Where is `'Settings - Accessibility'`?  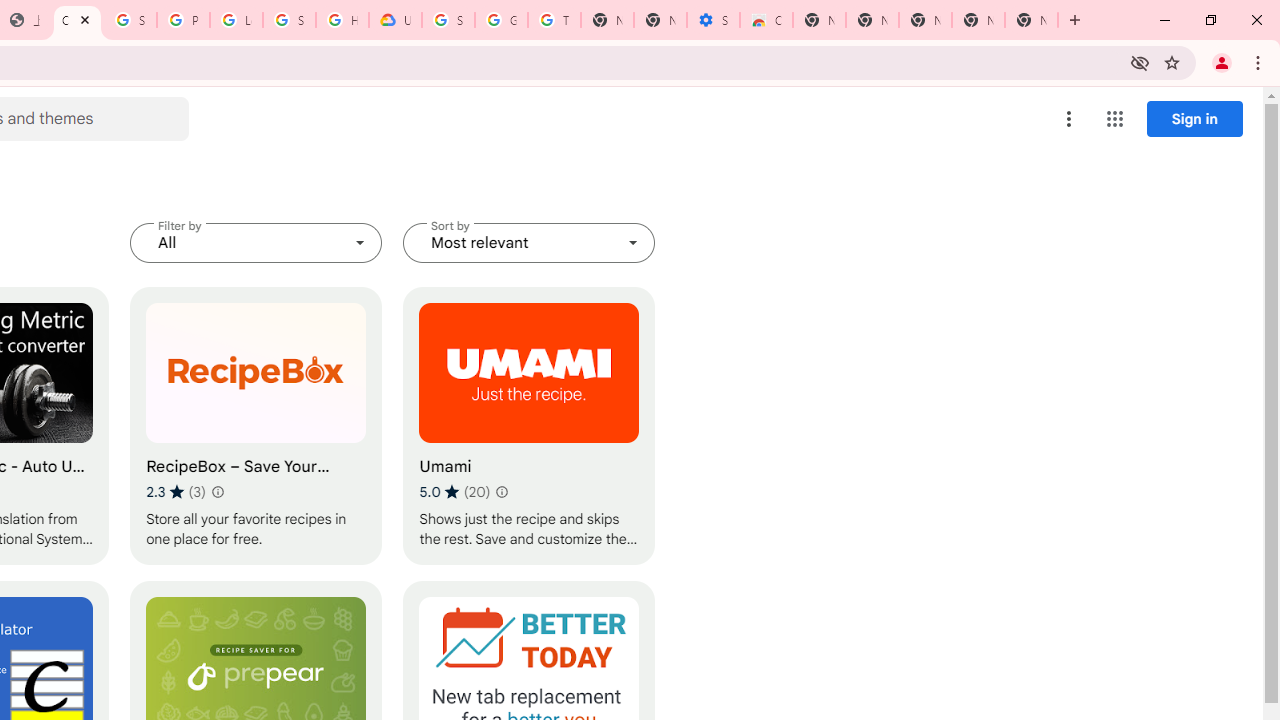 'Settings - Accessibility' is located at coordinates (713, 20).